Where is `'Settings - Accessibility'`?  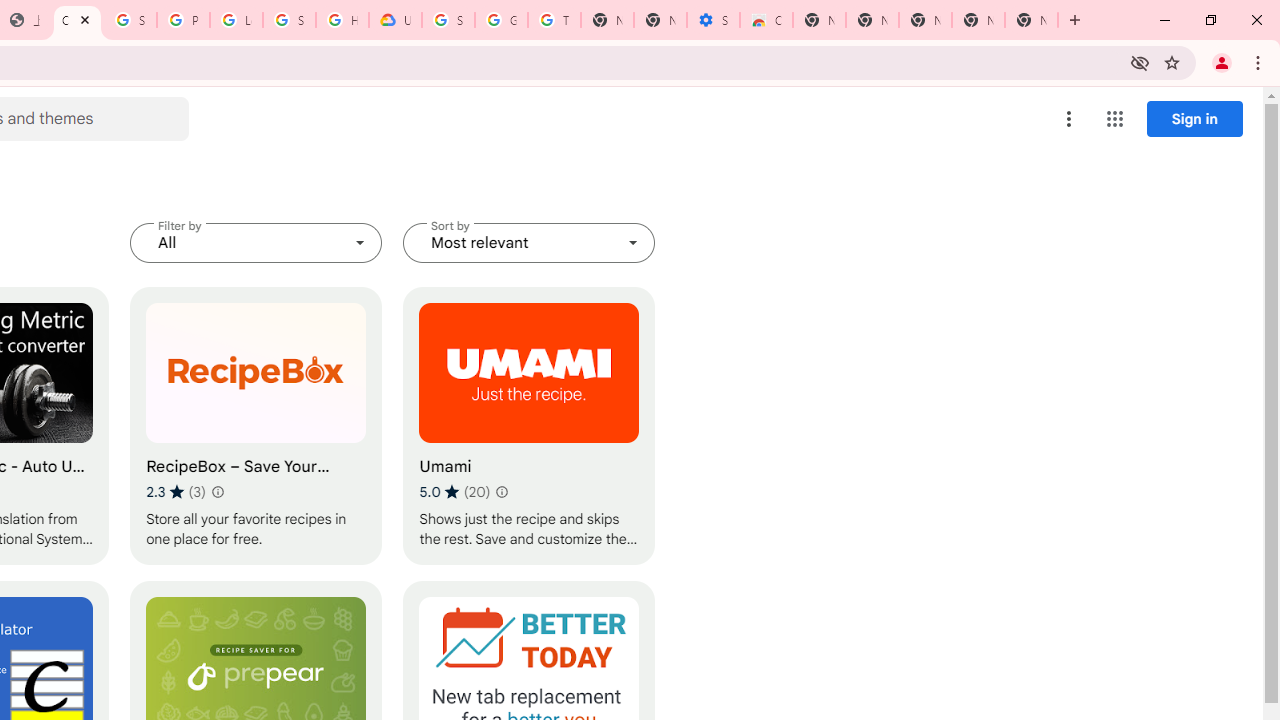 'Settings - Accessibility' is located at coordinates (713, 20).